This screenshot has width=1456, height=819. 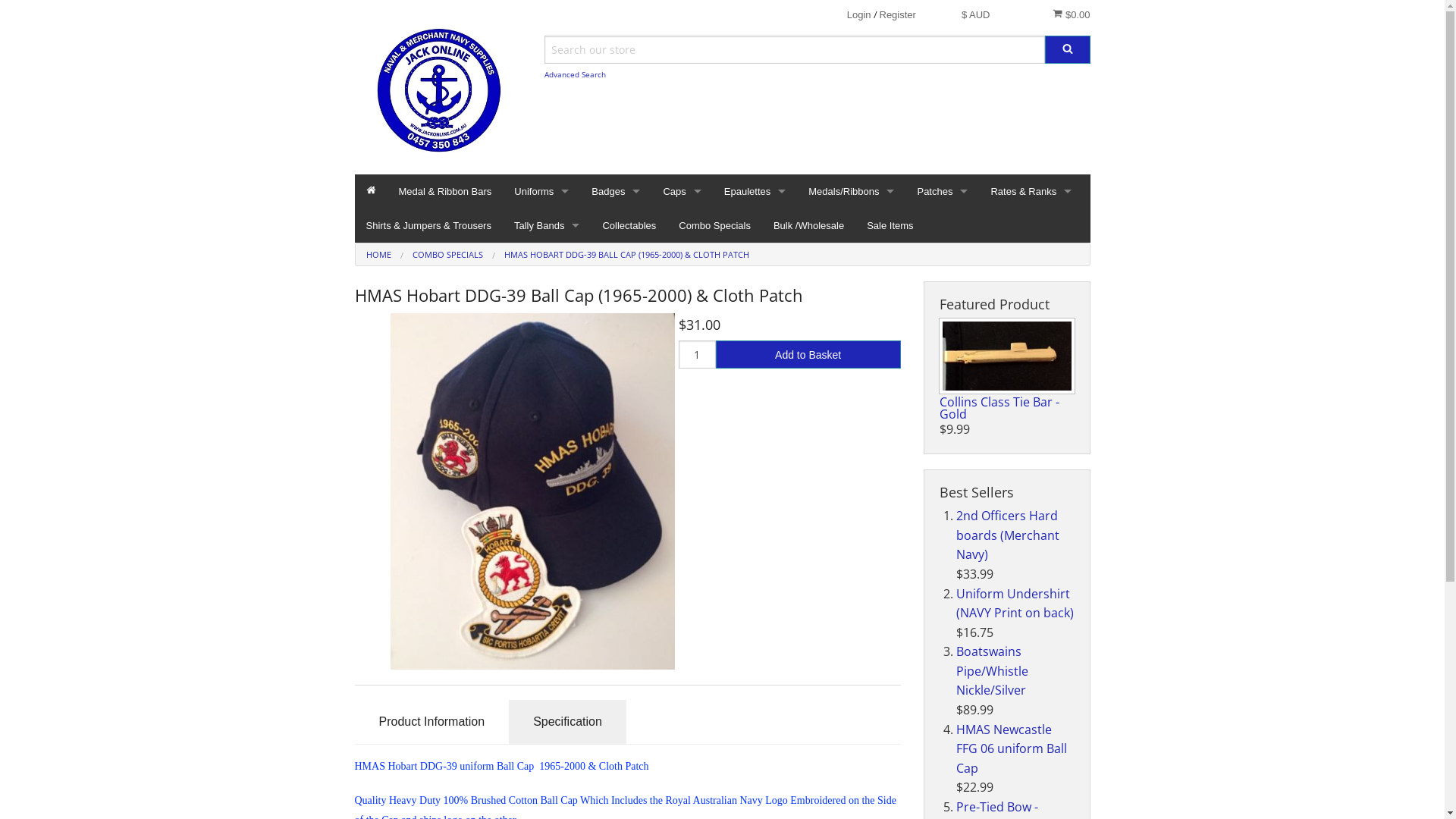 What do you see at coordinates (941, 243) in the screenshot?
I see `'Crest Style Patches'` at bounding box center [941, 243].